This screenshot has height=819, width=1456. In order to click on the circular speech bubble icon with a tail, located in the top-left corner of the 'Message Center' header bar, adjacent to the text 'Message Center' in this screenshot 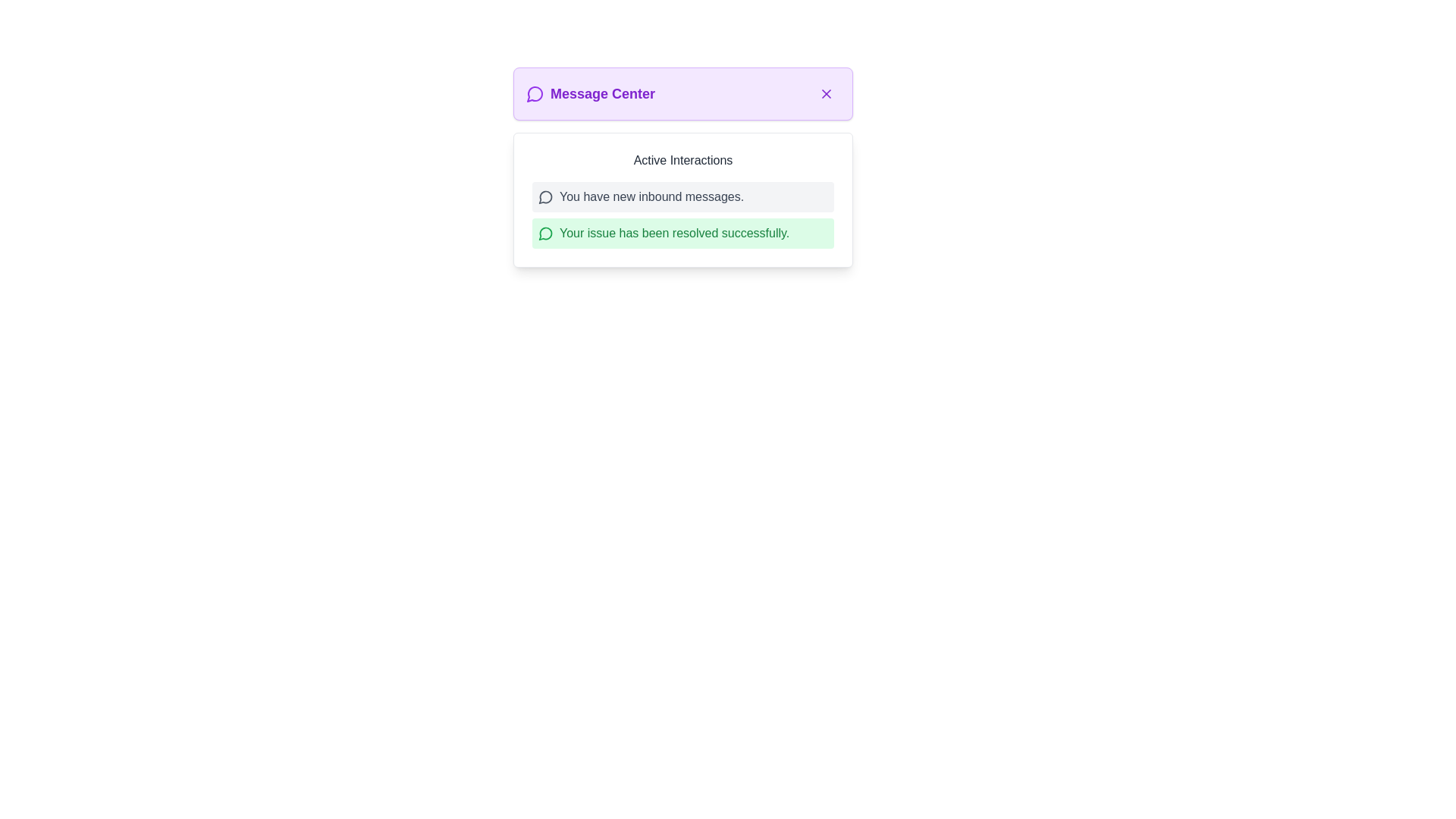, I will do `click(535, 94)`.